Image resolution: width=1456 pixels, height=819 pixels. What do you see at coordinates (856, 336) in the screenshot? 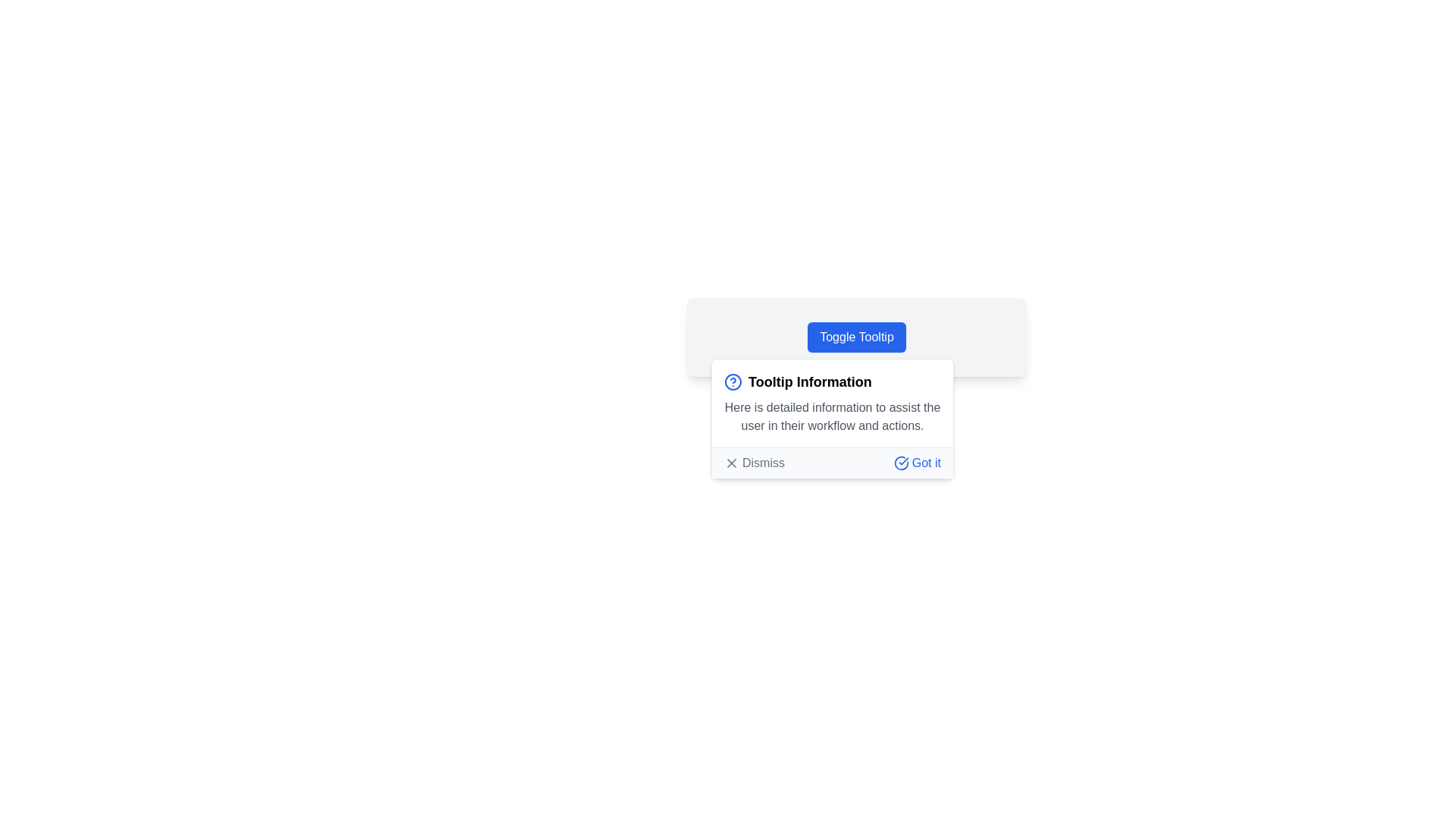
I see `the toggle button located near the top center of the viewport` at bounding box center [856, 336].